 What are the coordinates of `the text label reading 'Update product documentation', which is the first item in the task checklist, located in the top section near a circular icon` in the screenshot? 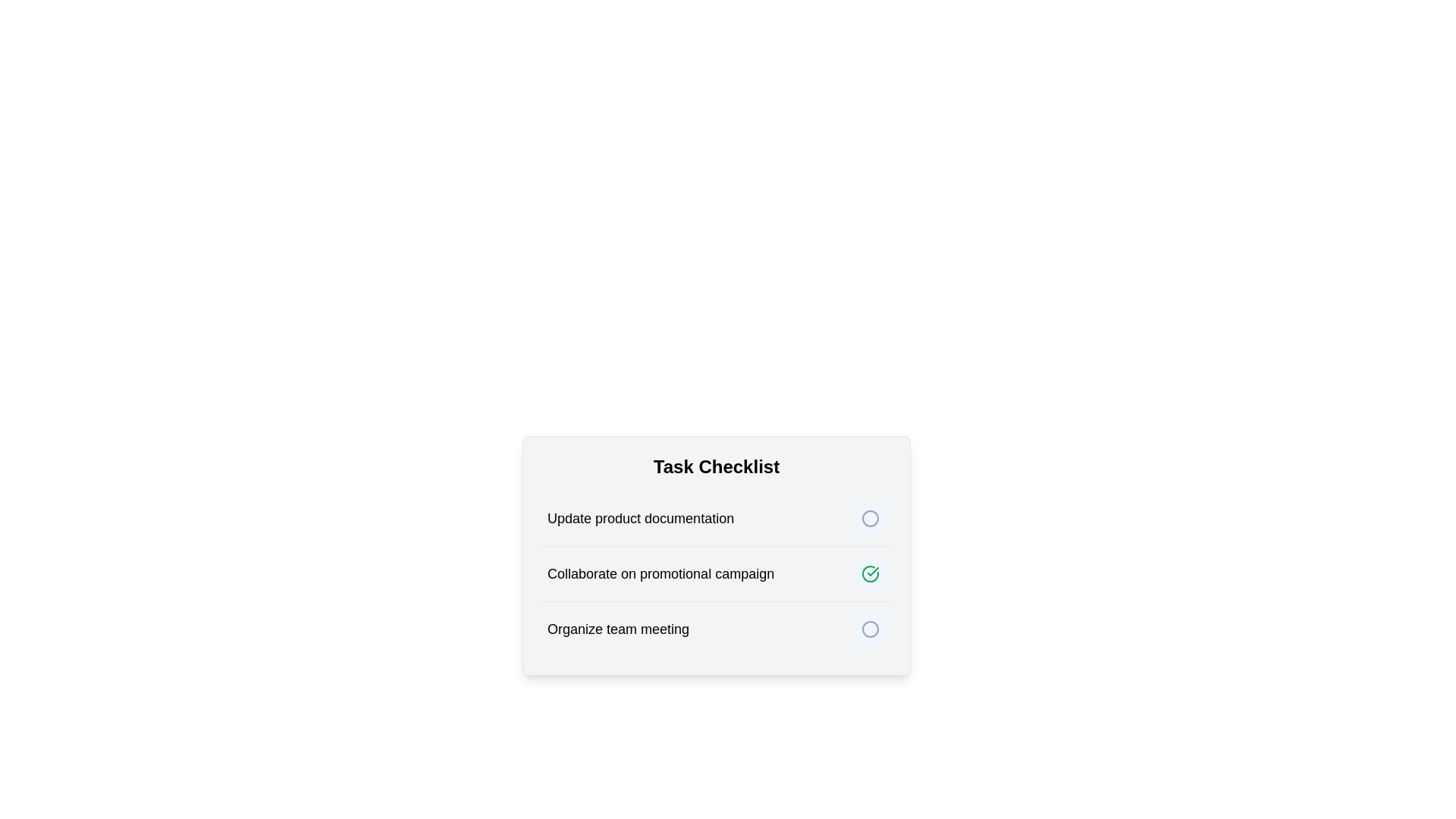 It's located at (641, 517).